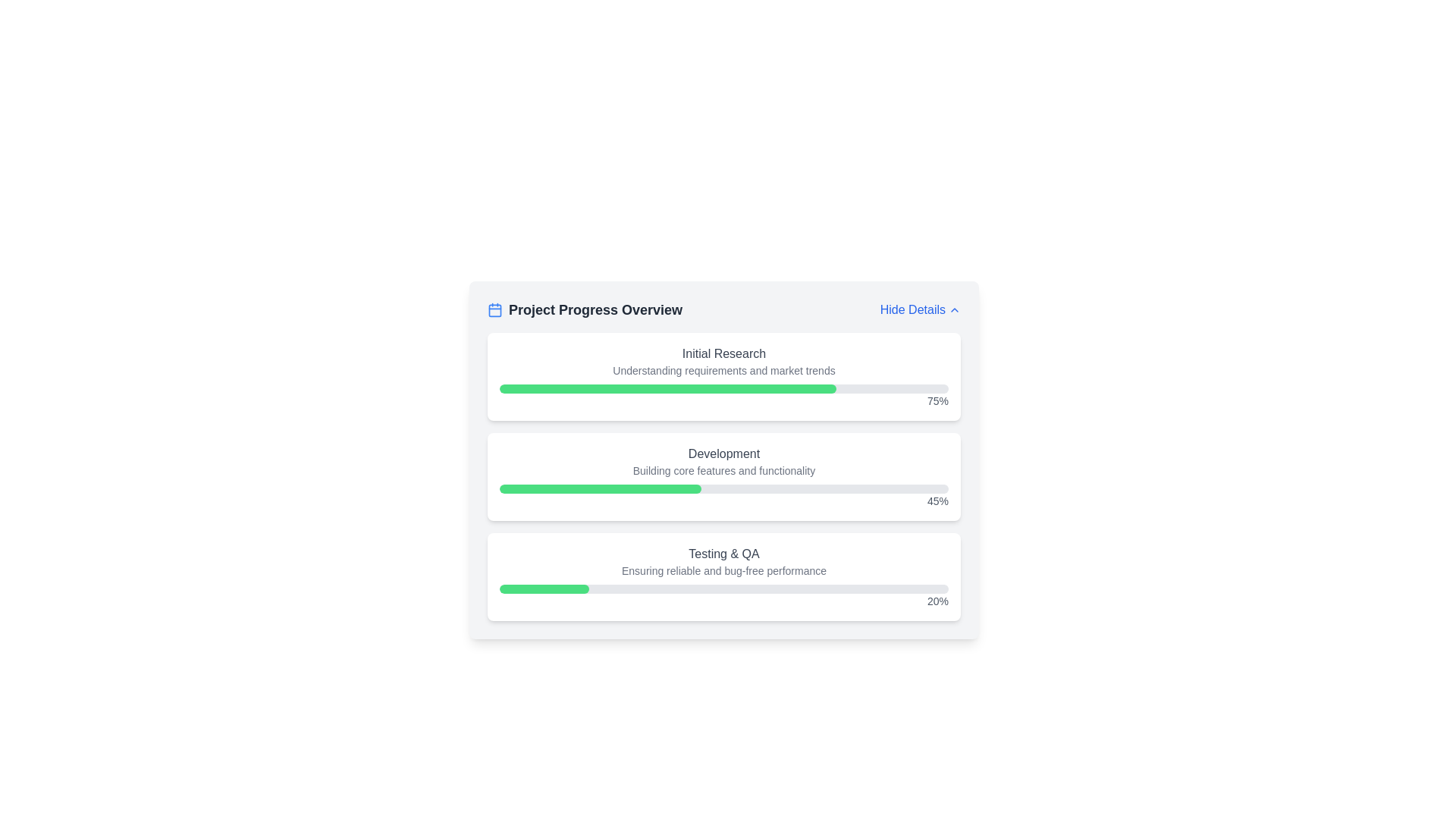 The width and height of the screenshot is (1456, 819). I want to click on progress information from the Progress Indicator Panel that tracks the 'Development' task, which is the second panel in a vertical stack of three panels, so click(723, 475).